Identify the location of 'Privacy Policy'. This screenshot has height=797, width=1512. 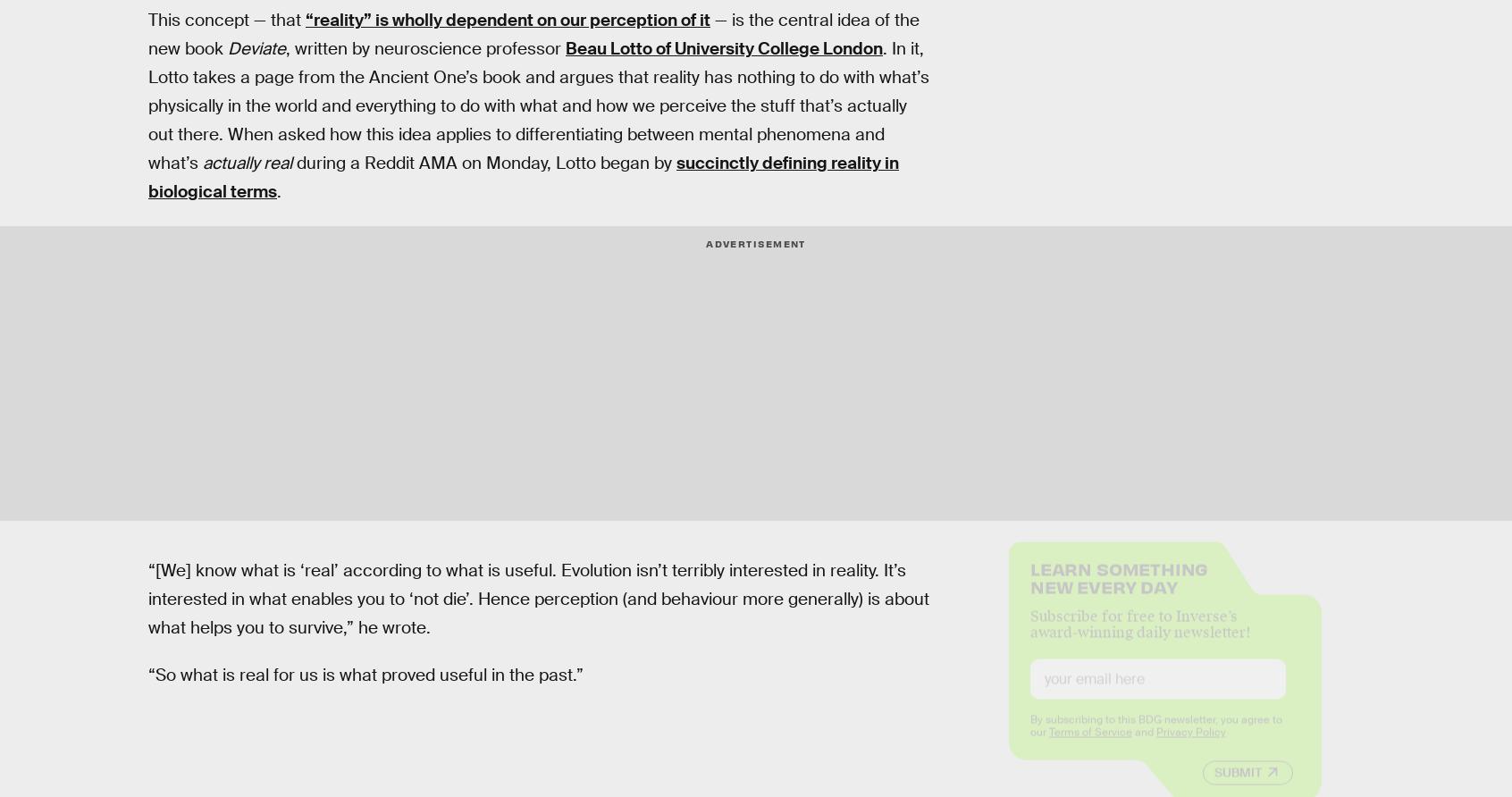
(1189, 745).